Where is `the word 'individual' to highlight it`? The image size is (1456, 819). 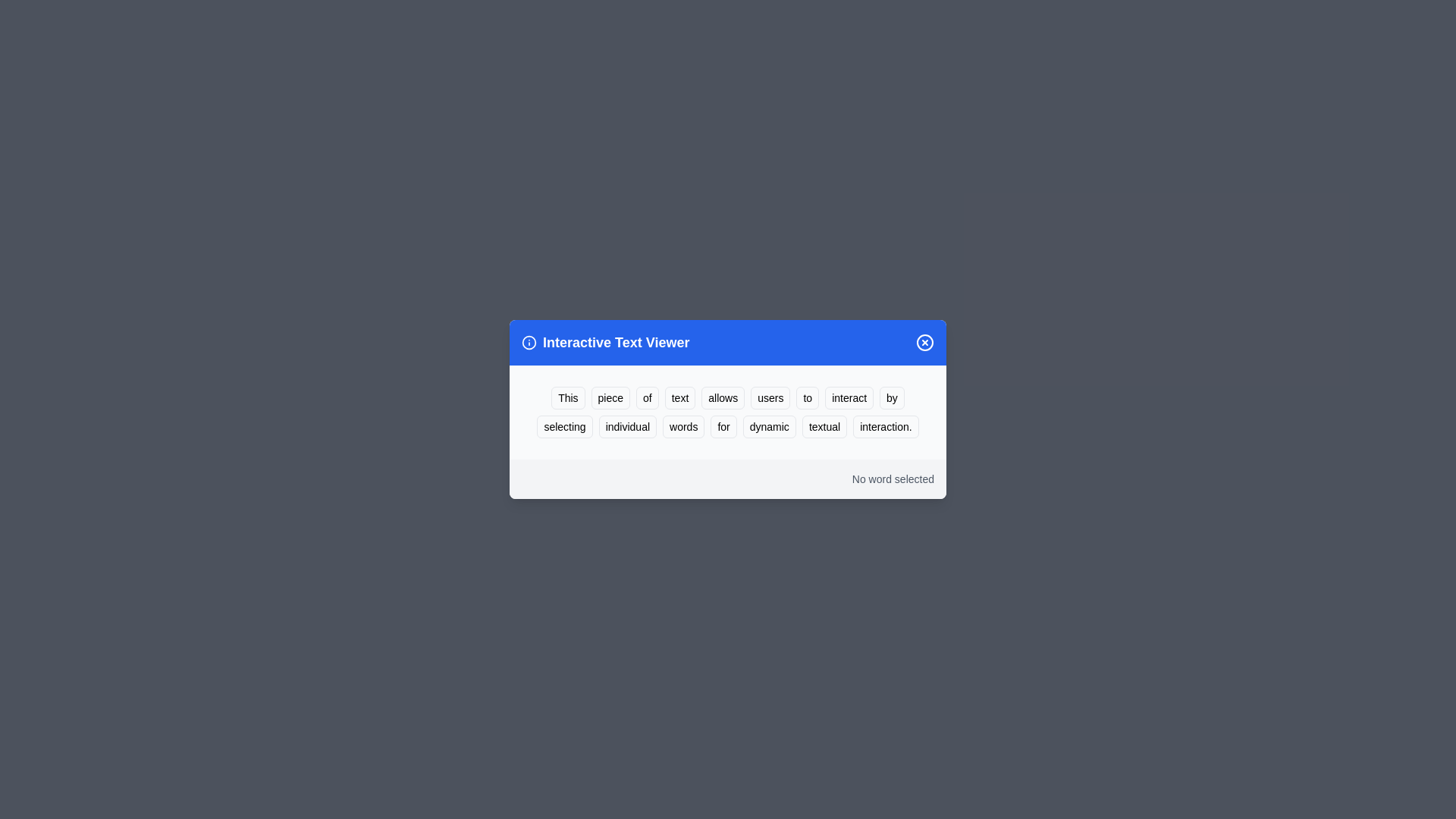 the word 'individual' to highlight it is located at coordinates (627, 427).